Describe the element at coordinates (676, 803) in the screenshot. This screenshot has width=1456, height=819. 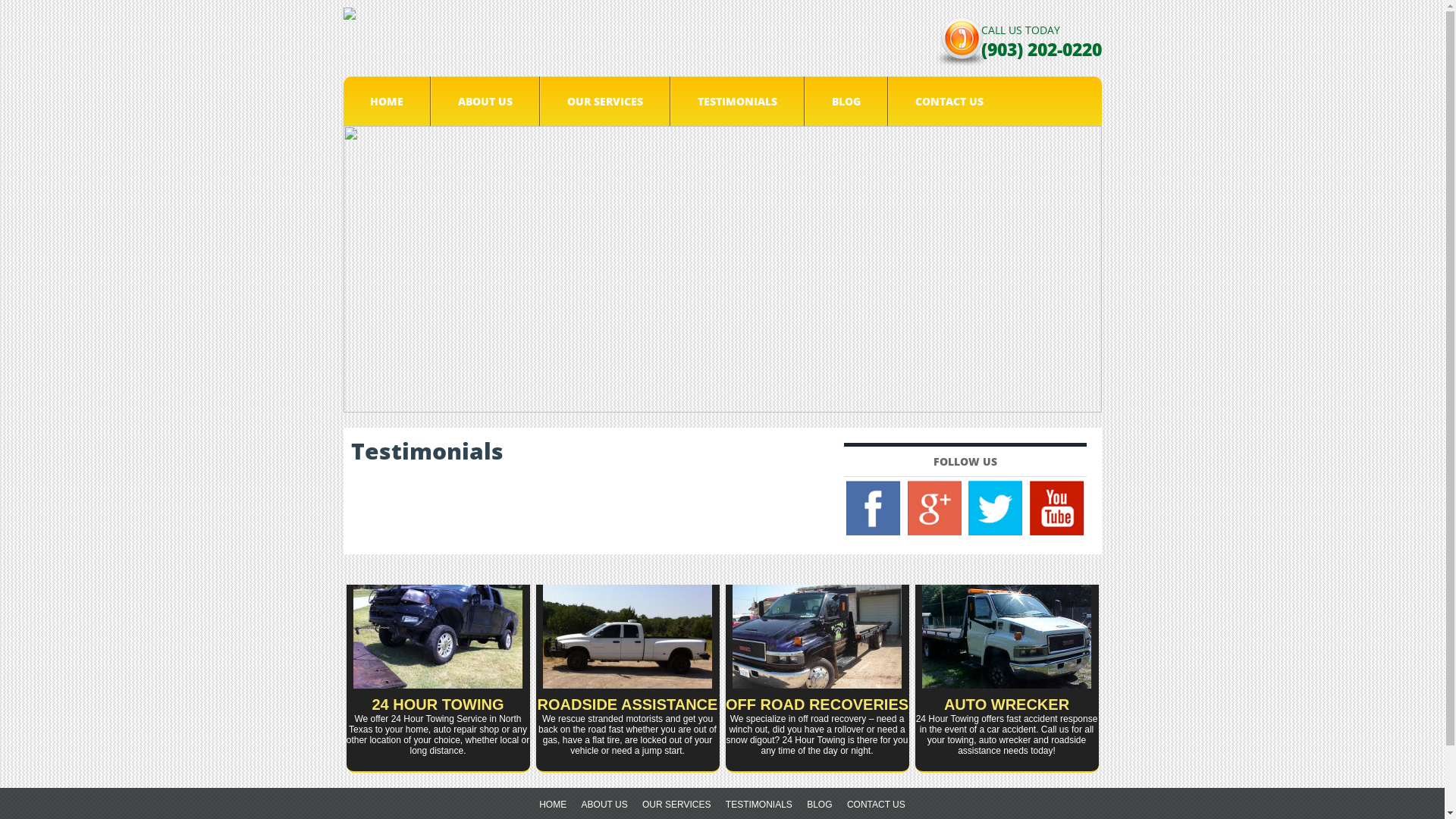
I see `'OUR SERVICES'` at that location.